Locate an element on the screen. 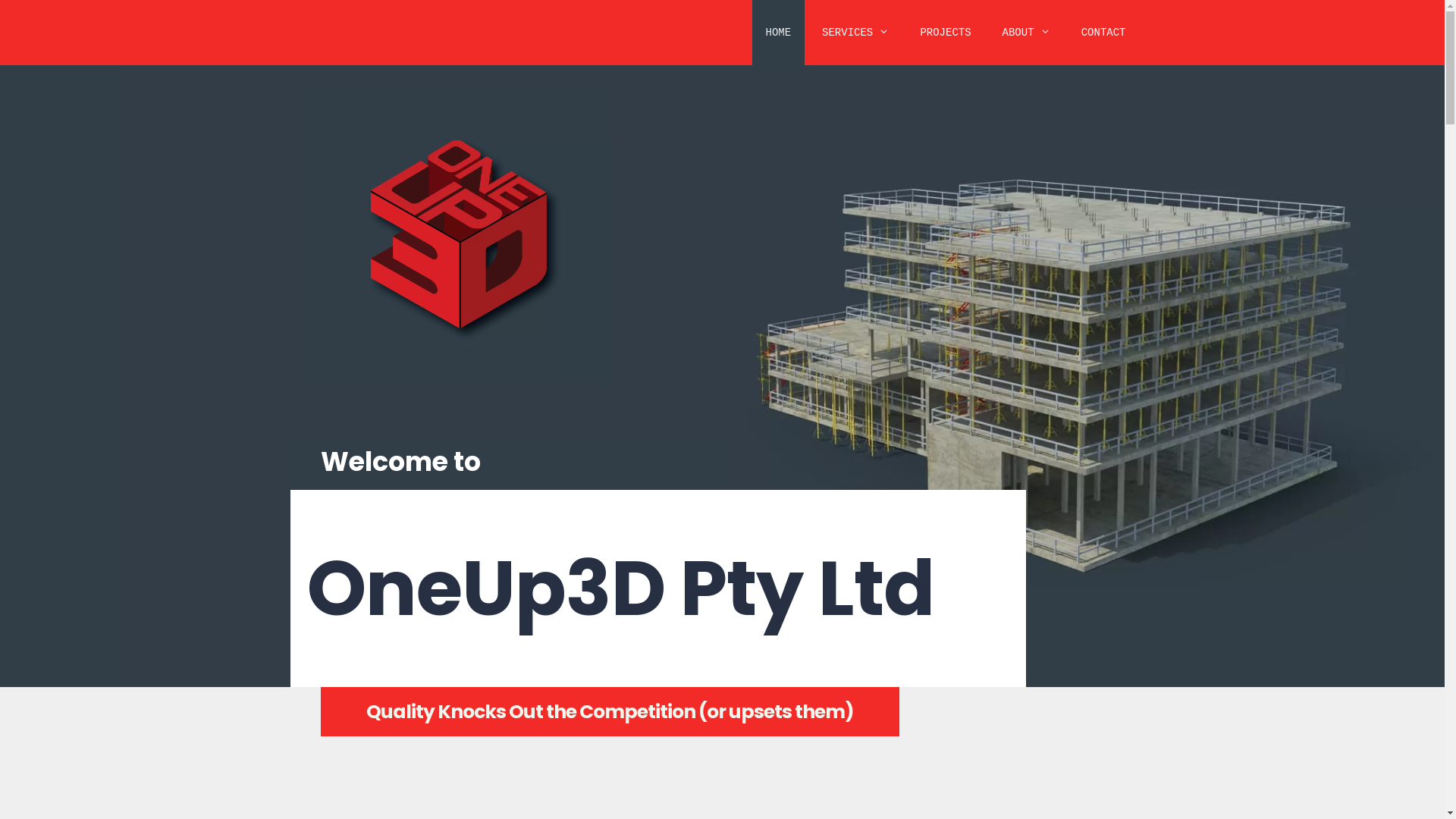 Image resolution: width=1456 pixels, height=819 pixels. 'CONTACT' is located at coordinates (1066, 32).